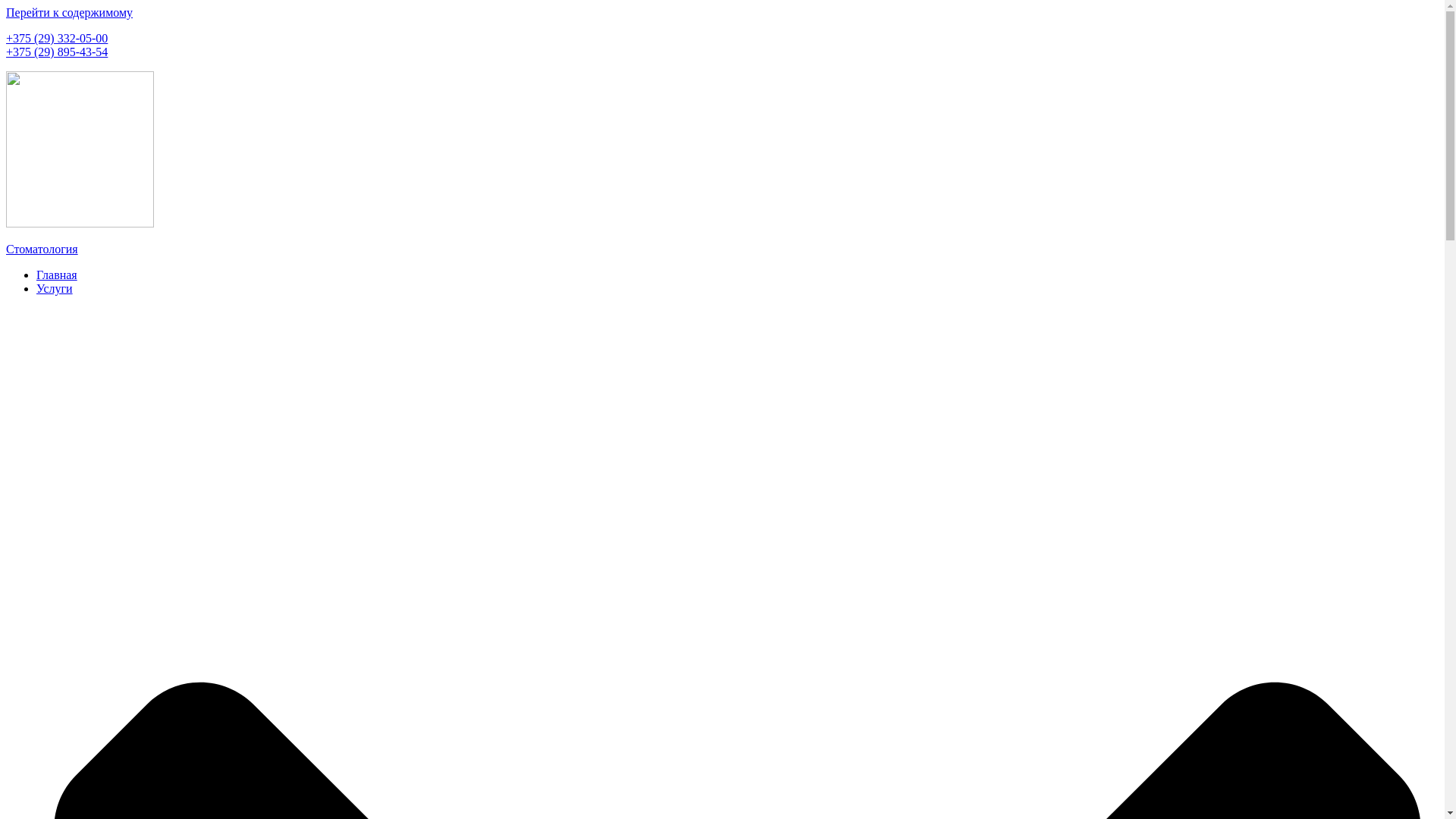  Describe the element at coordinates (57, 37) in the screenshot. I see `'+375 (29) 332-05-00'` at that location.